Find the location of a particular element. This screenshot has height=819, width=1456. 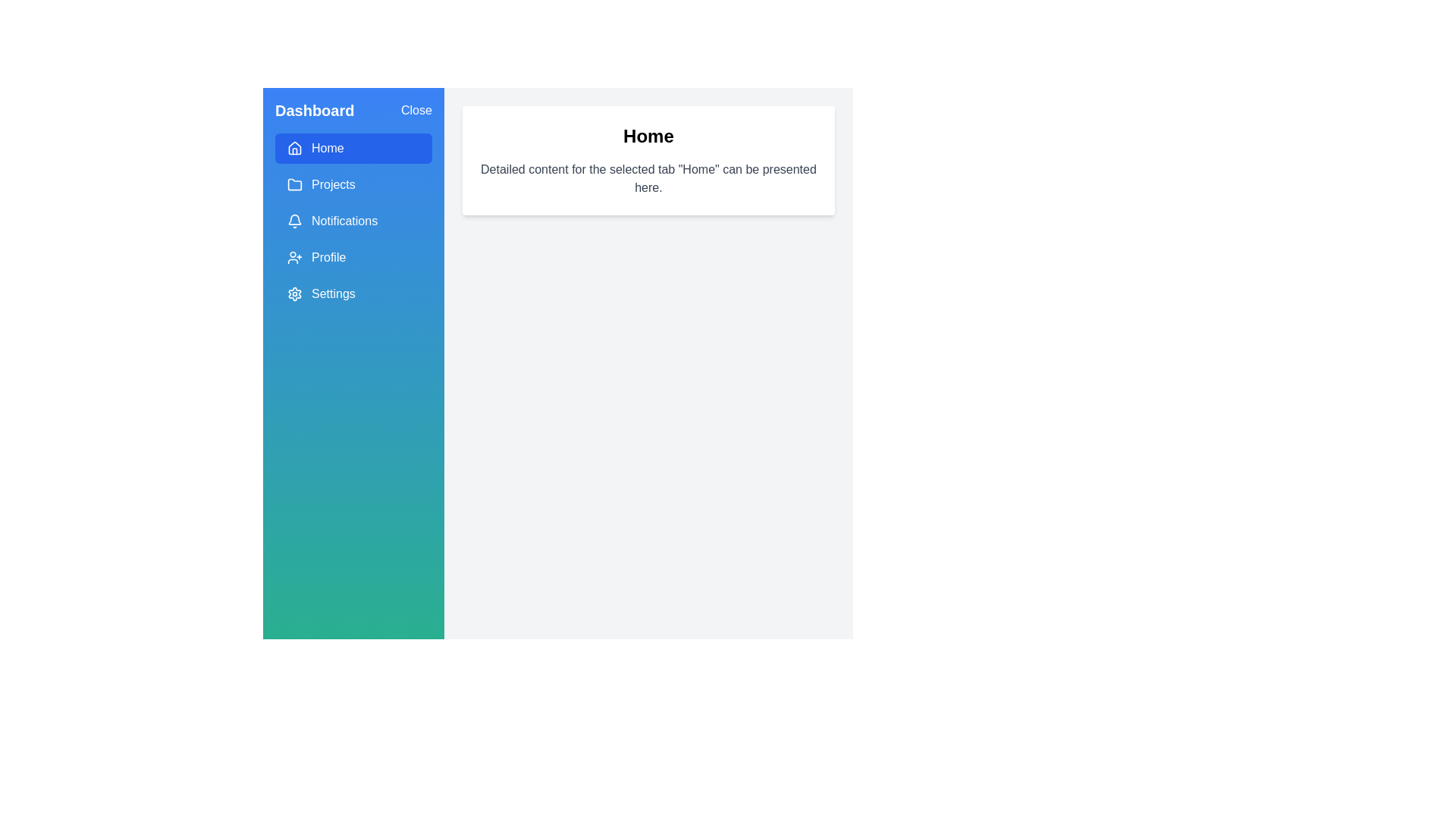

the menu item Profile to display its content is located at coordinates (353, 256).